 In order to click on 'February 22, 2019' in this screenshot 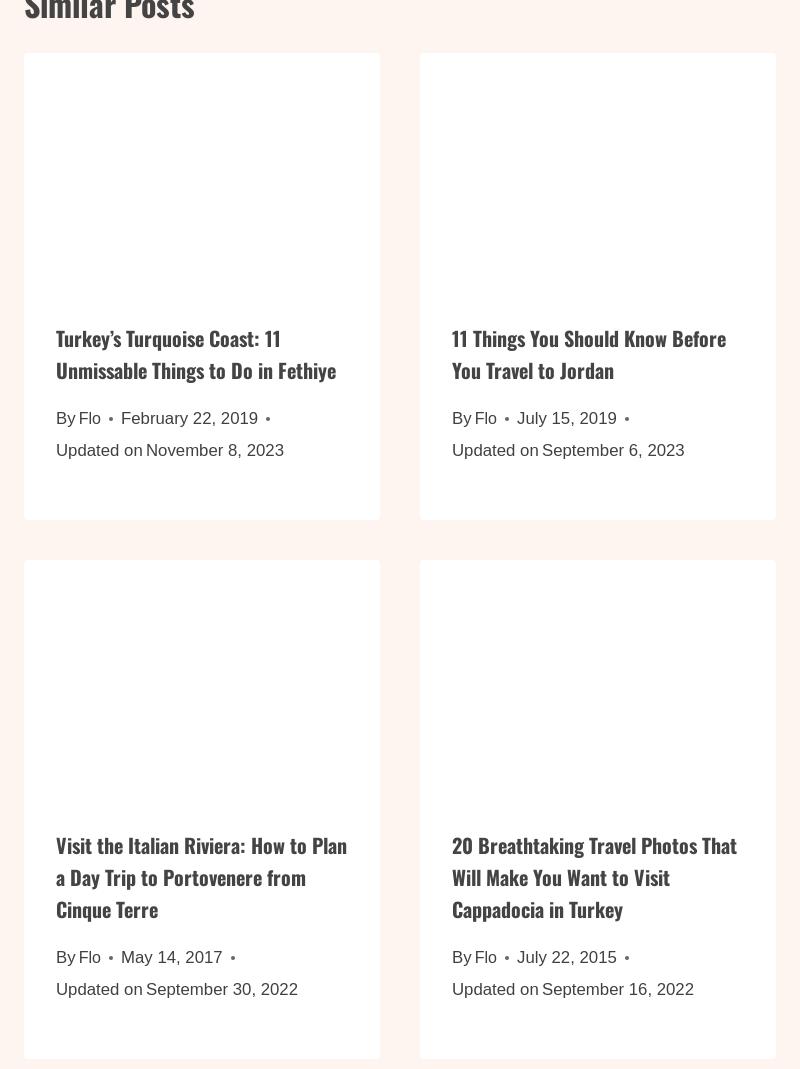, I will do `click(189, 429)`.